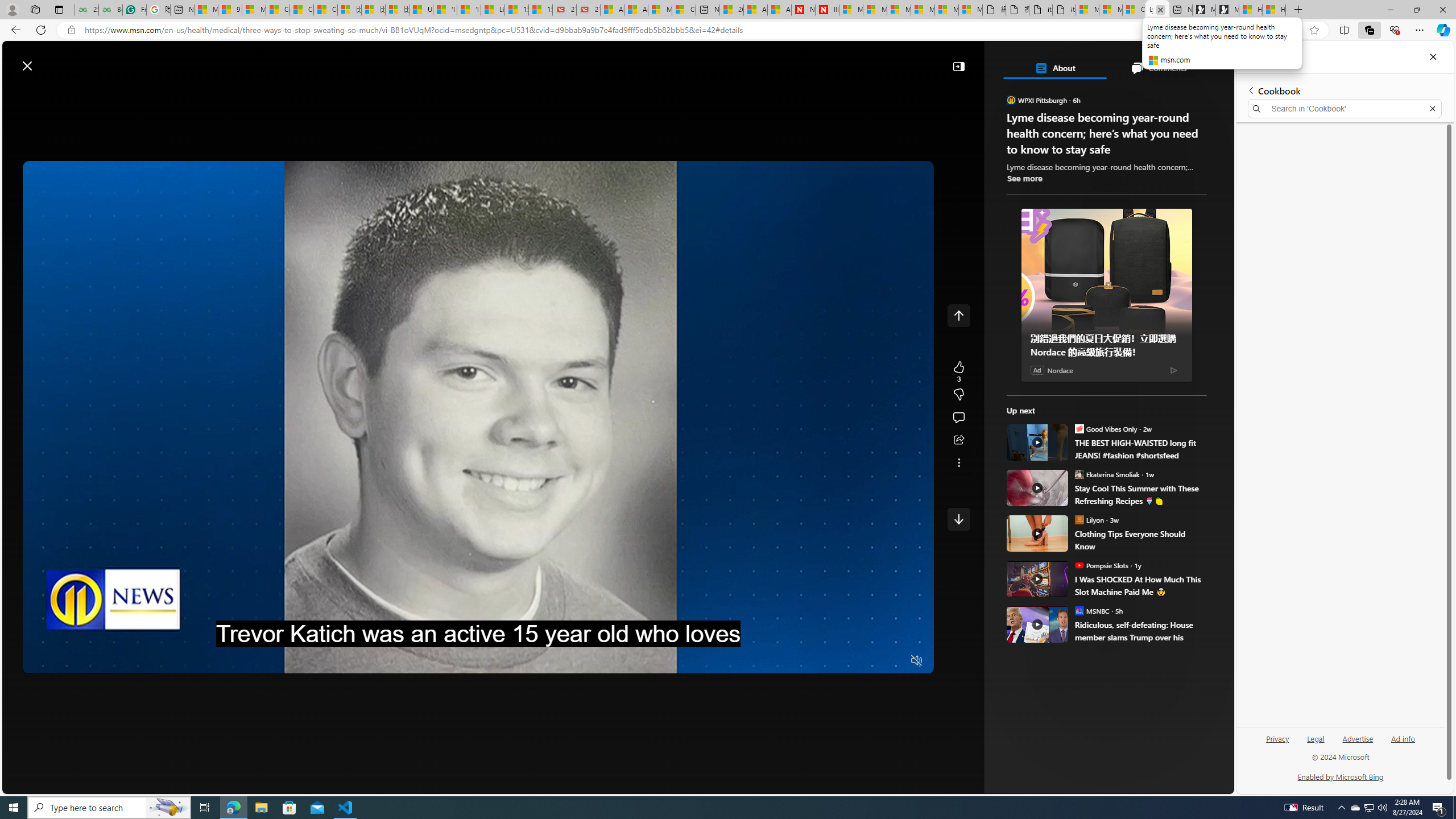 This screenshot has height=819, width=1456. I want to click on 'AutomationID: e5rZOEMGacU1', so click(958, 518).